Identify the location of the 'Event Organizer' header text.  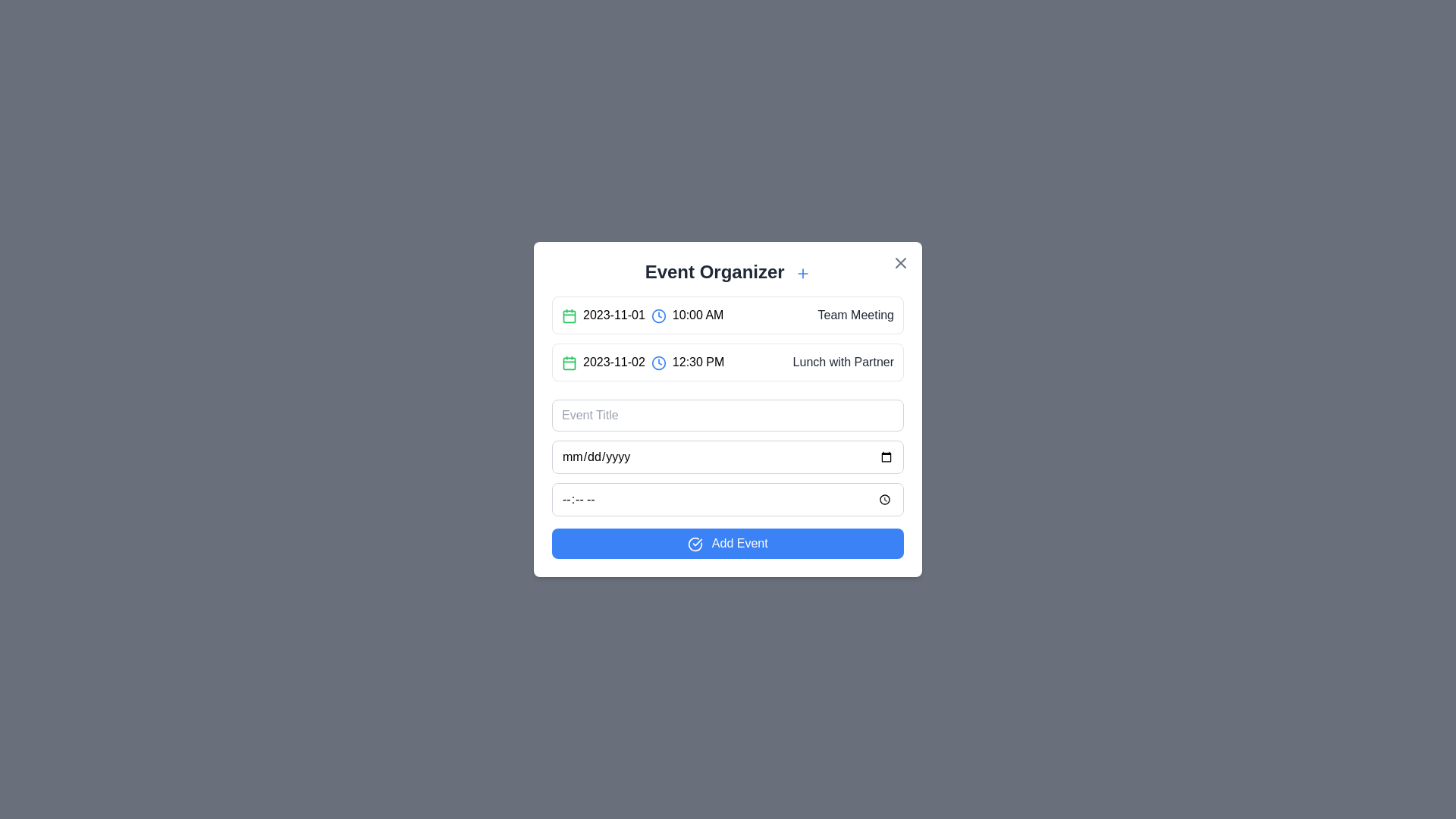
(728, 271).